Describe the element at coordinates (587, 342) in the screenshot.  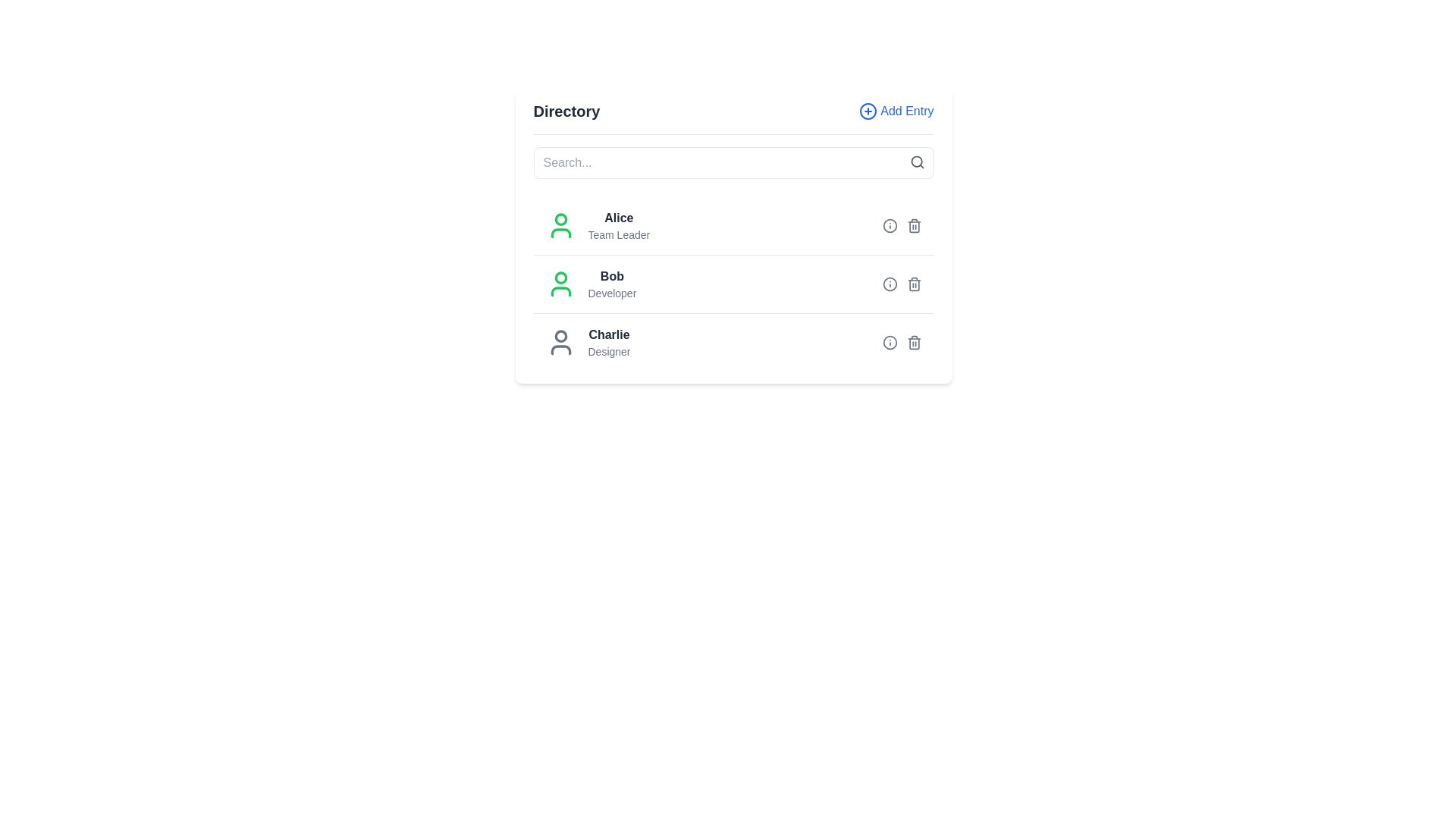
I see `the third user profile entry in the list, which contains the user's name and role, located below the profiles for 'Alice' and 'Bob'` at that location.